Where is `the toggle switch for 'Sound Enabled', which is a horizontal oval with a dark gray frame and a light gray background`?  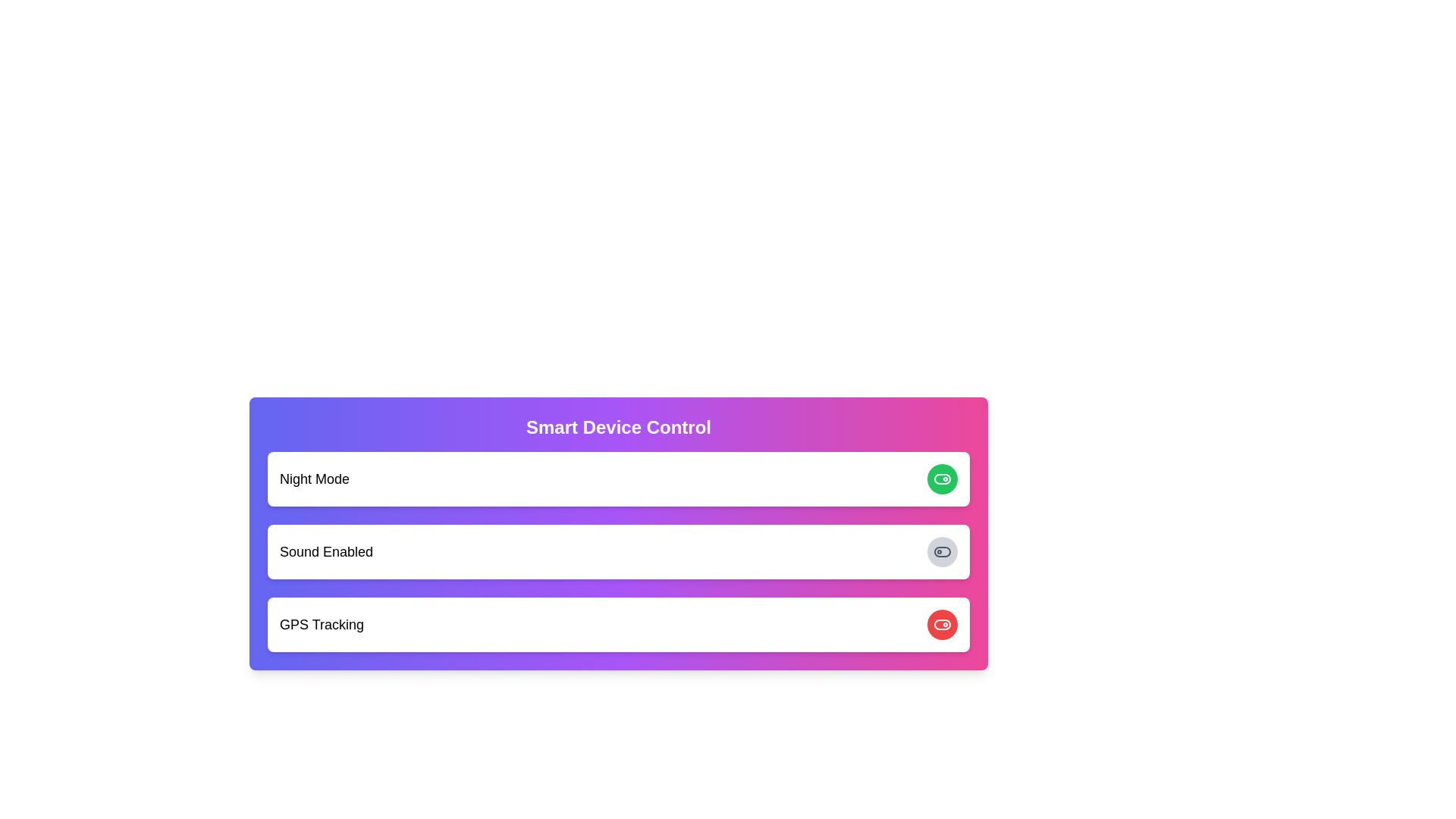
the toggle switch for 'Sound Enabled', which is a horizontal oval with a dark gray frame and a light gray background is located at coordinates (942, 552).